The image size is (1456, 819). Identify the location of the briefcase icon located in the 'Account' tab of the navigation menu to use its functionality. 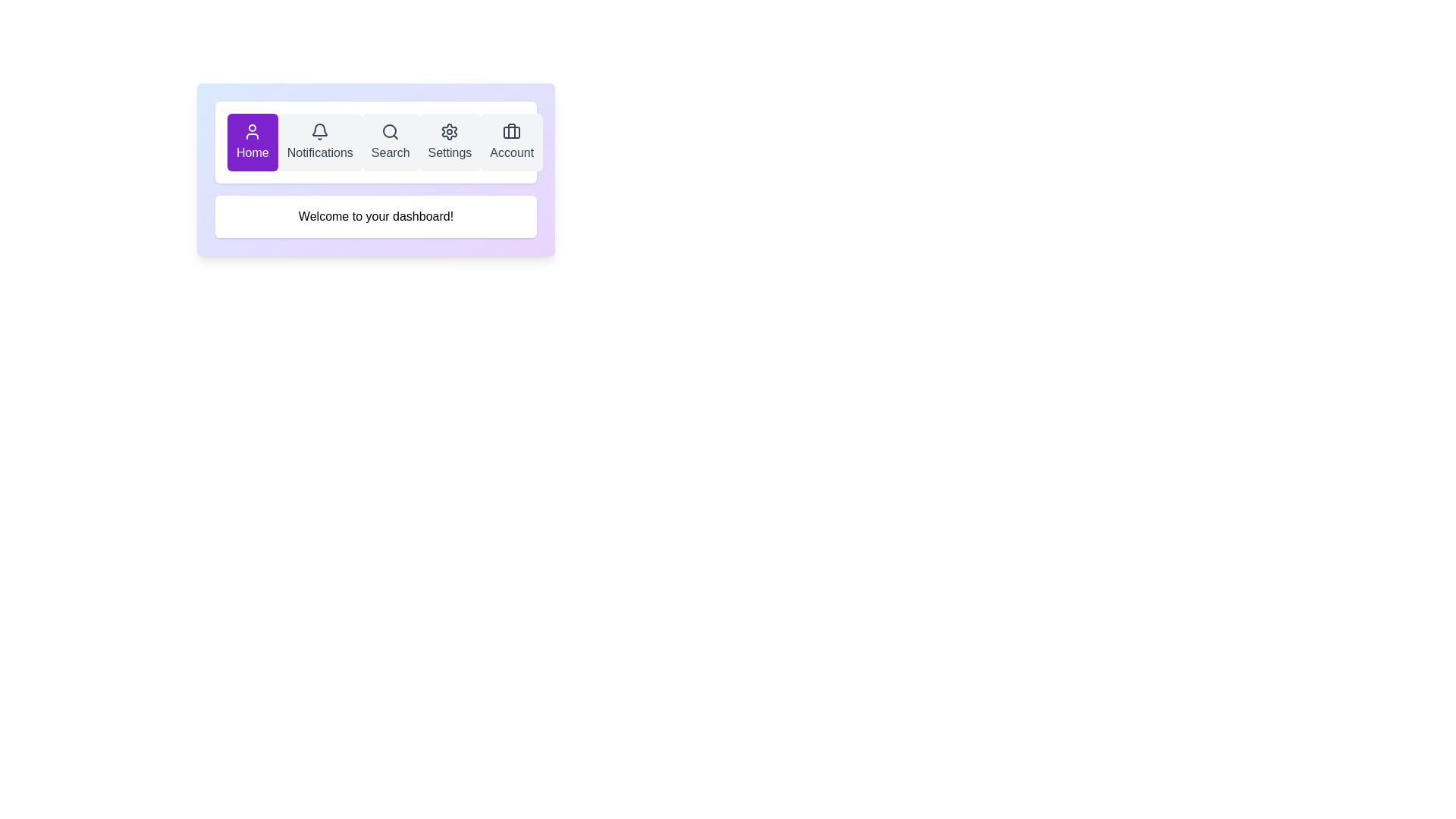
(512, 130).